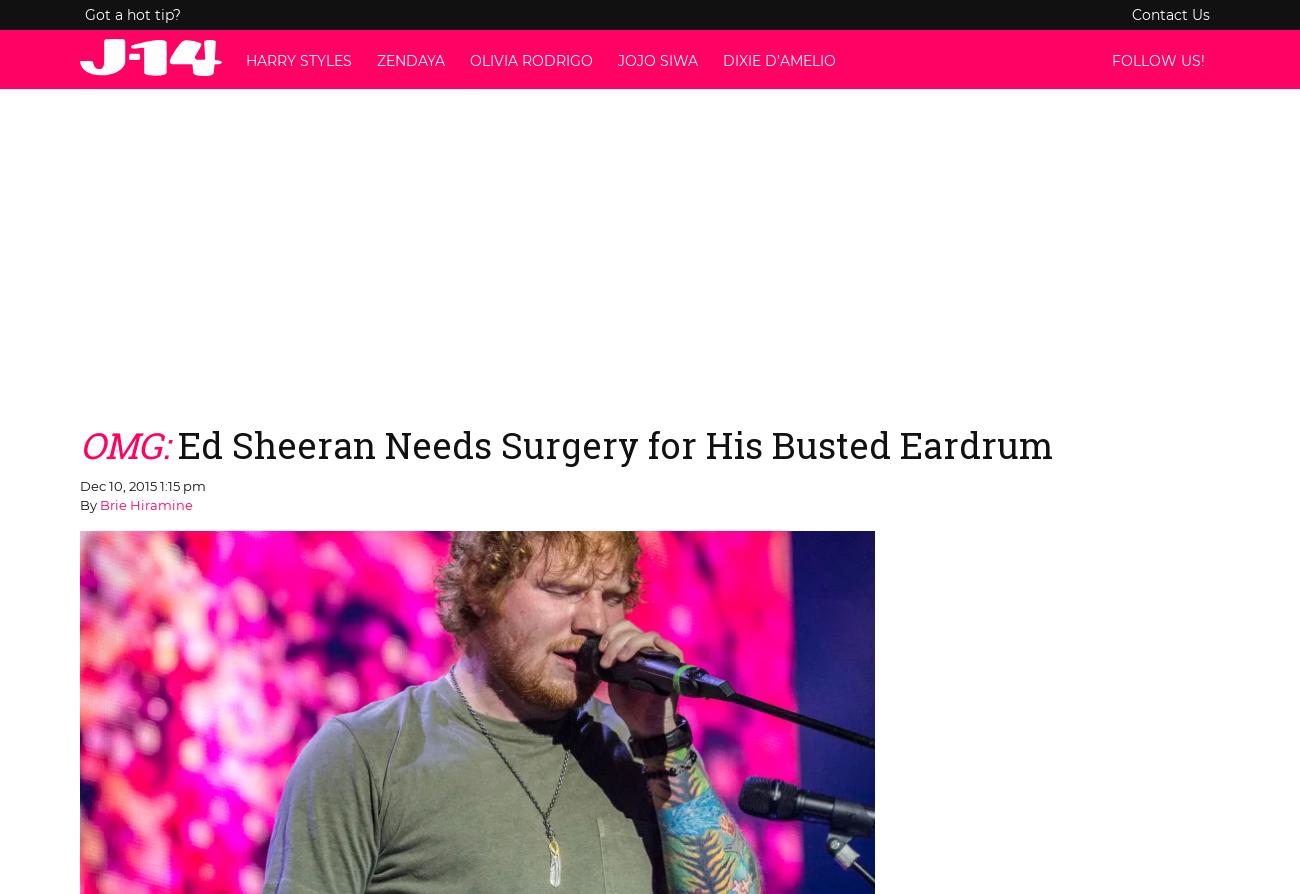  Describe the element at coordinates (1158, 60) in the screenshot. I see `'Follow us!'` at that location.